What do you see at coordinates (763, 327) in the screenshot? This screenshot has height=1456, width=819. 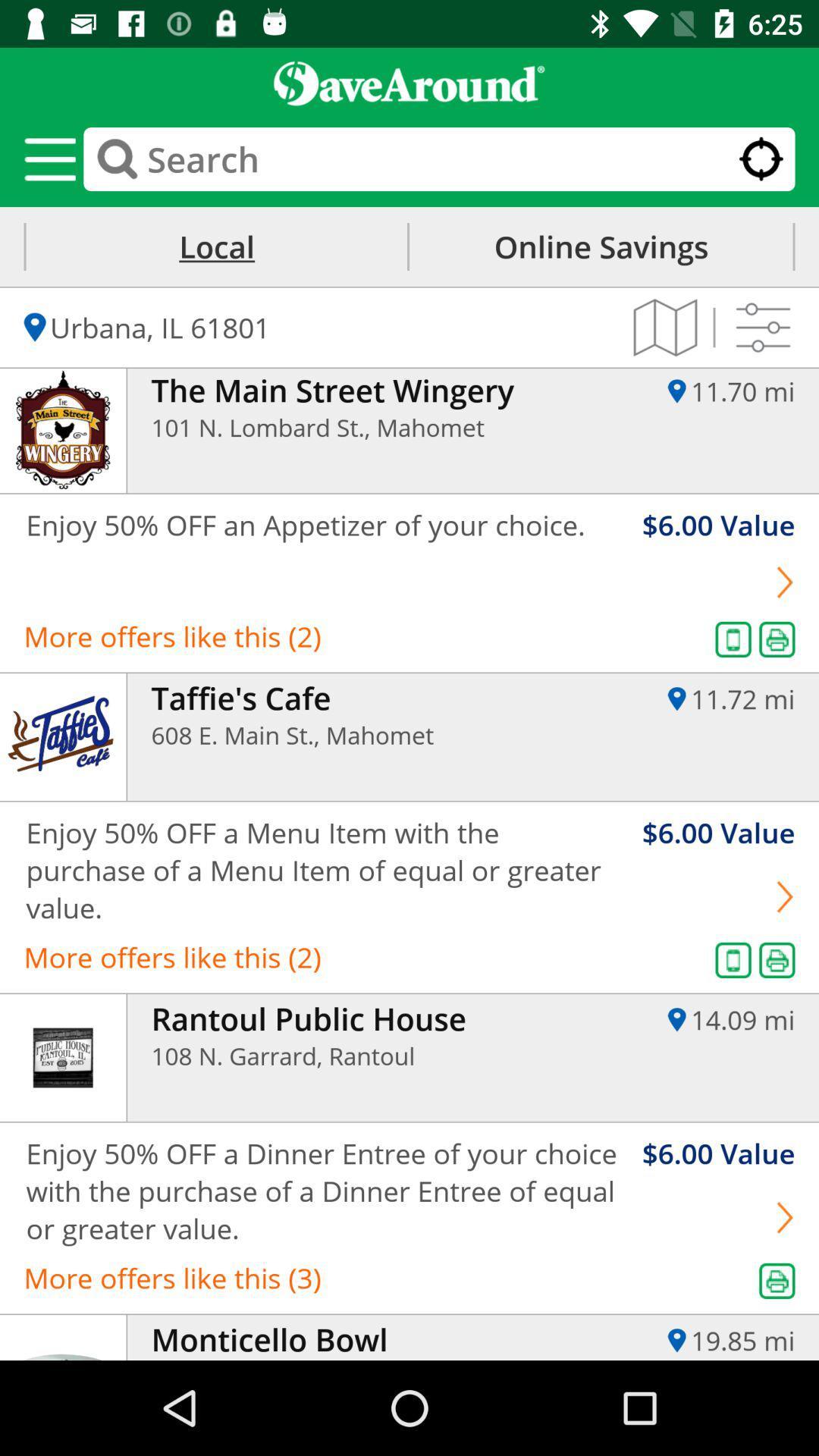 I see `the more icon which is above the text 1170 mi` at bounding box center [763, 327].